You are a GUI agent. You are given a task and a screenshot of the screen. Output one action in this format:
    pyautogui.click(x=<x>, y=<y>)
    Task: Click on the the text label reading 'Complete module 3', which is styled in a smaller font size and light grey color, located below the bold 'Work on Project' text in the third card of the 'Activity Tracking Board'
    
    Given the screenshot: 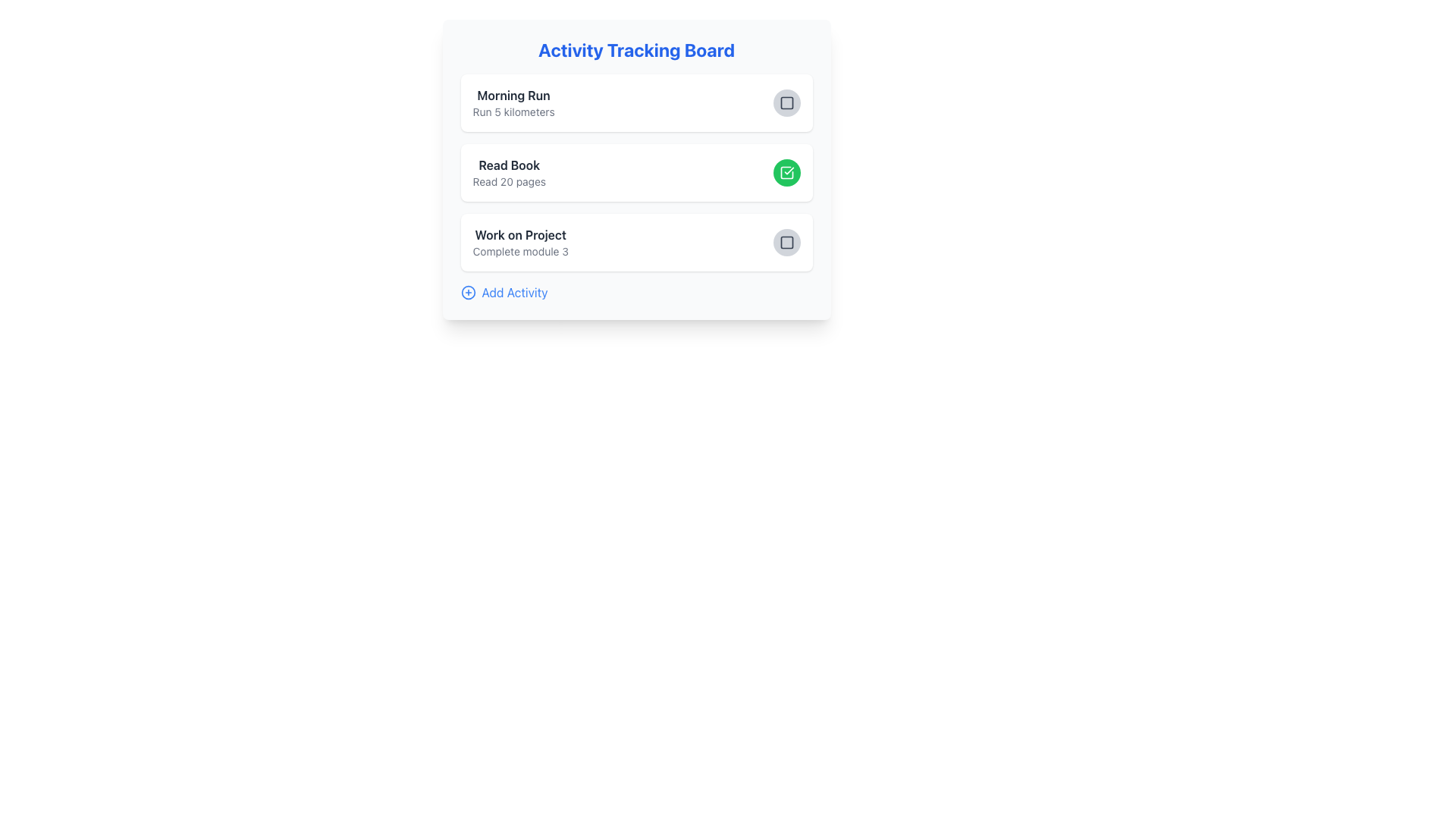 What is the action you would take?
    pyautogui.click(x=520, y=250)
    